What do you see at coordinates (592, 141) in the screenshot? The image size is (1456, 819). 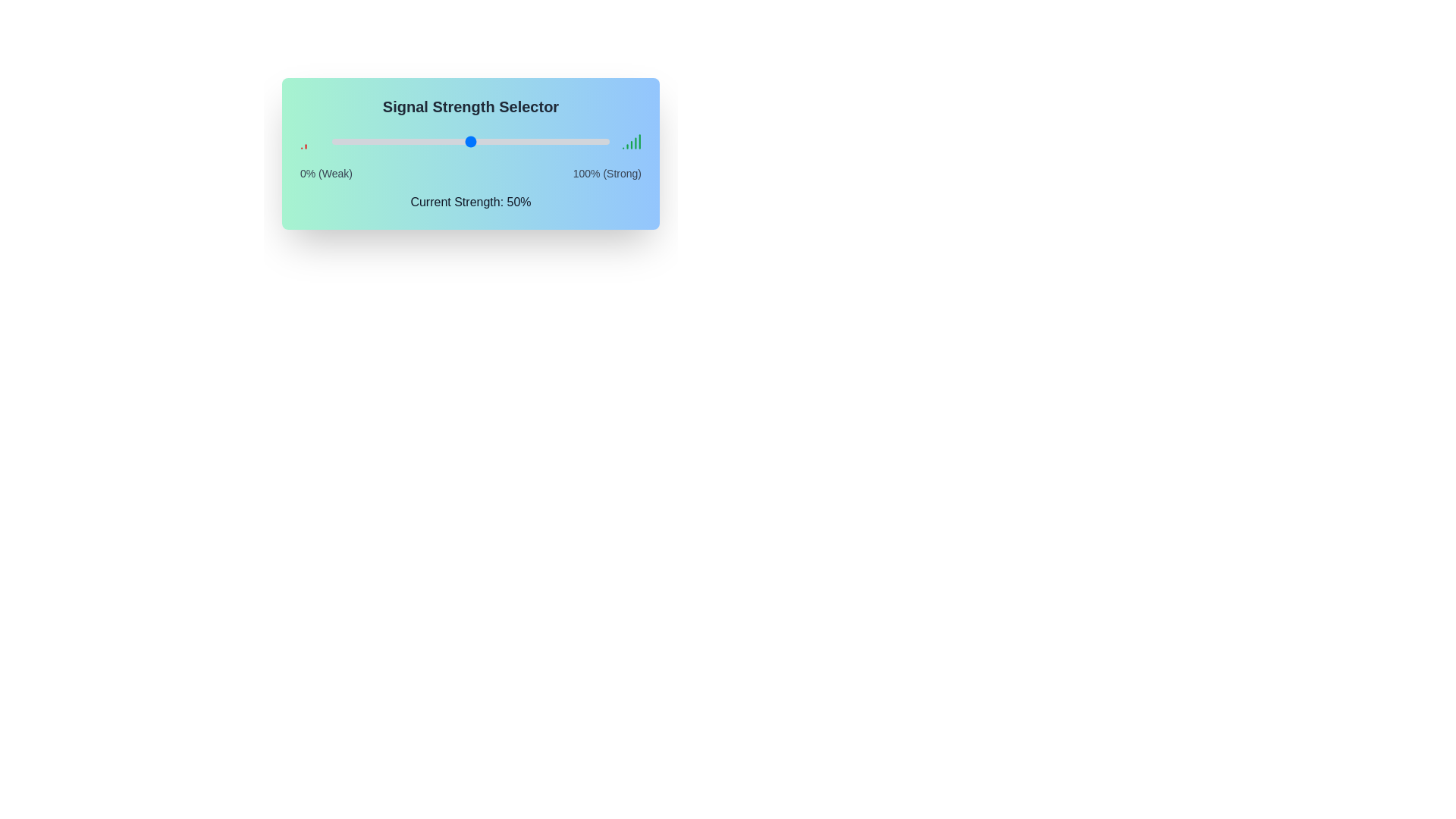 I see `the signal strength slider to 94% to observe the visual signal strength indicators` at bounding box center [592, 141].